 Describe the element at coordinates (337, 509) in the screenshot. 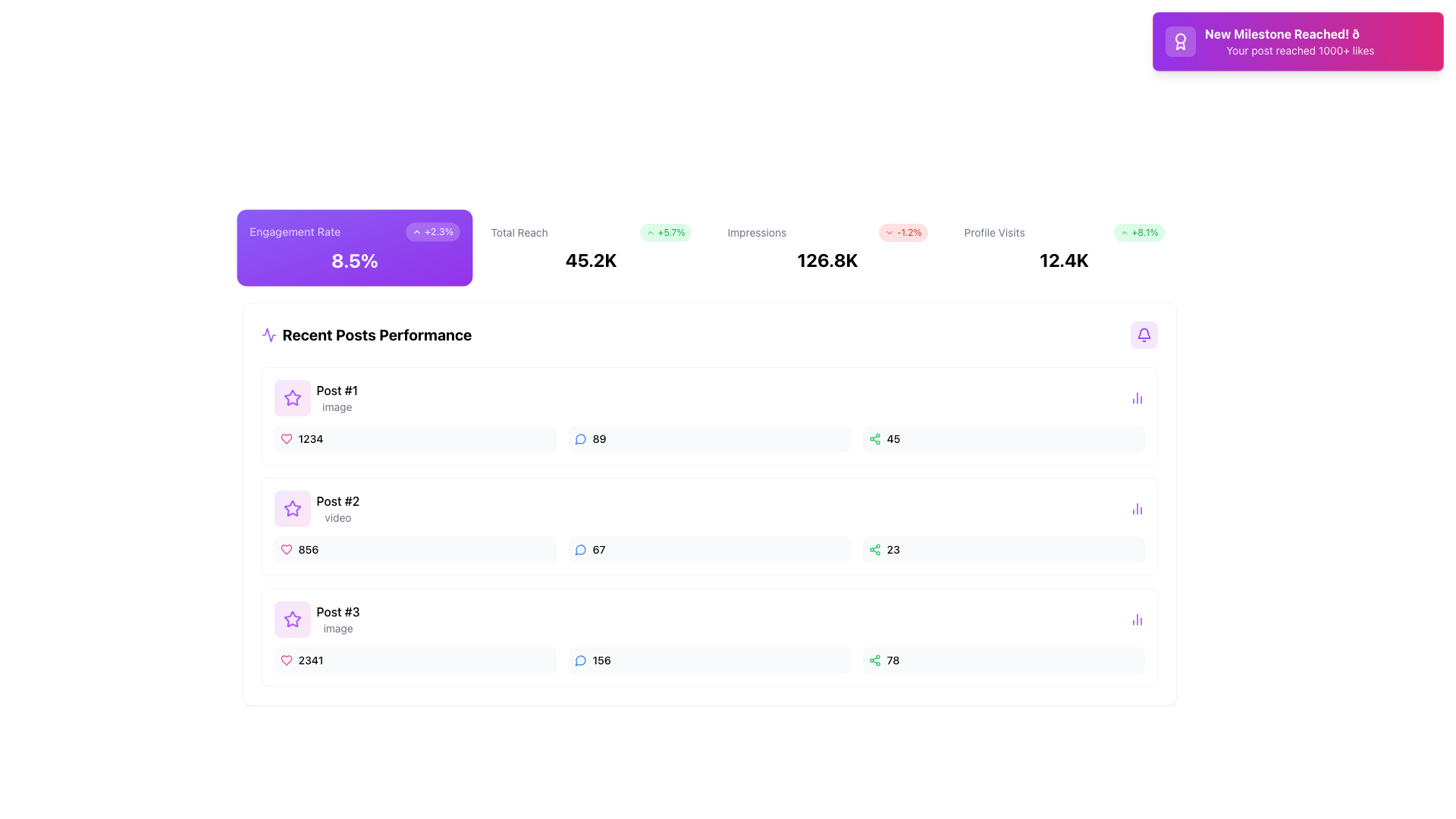

I see `text block containing 'Post #2' and 'video' located in the second entry of the 'Recent Posts Performance' section` at that location.